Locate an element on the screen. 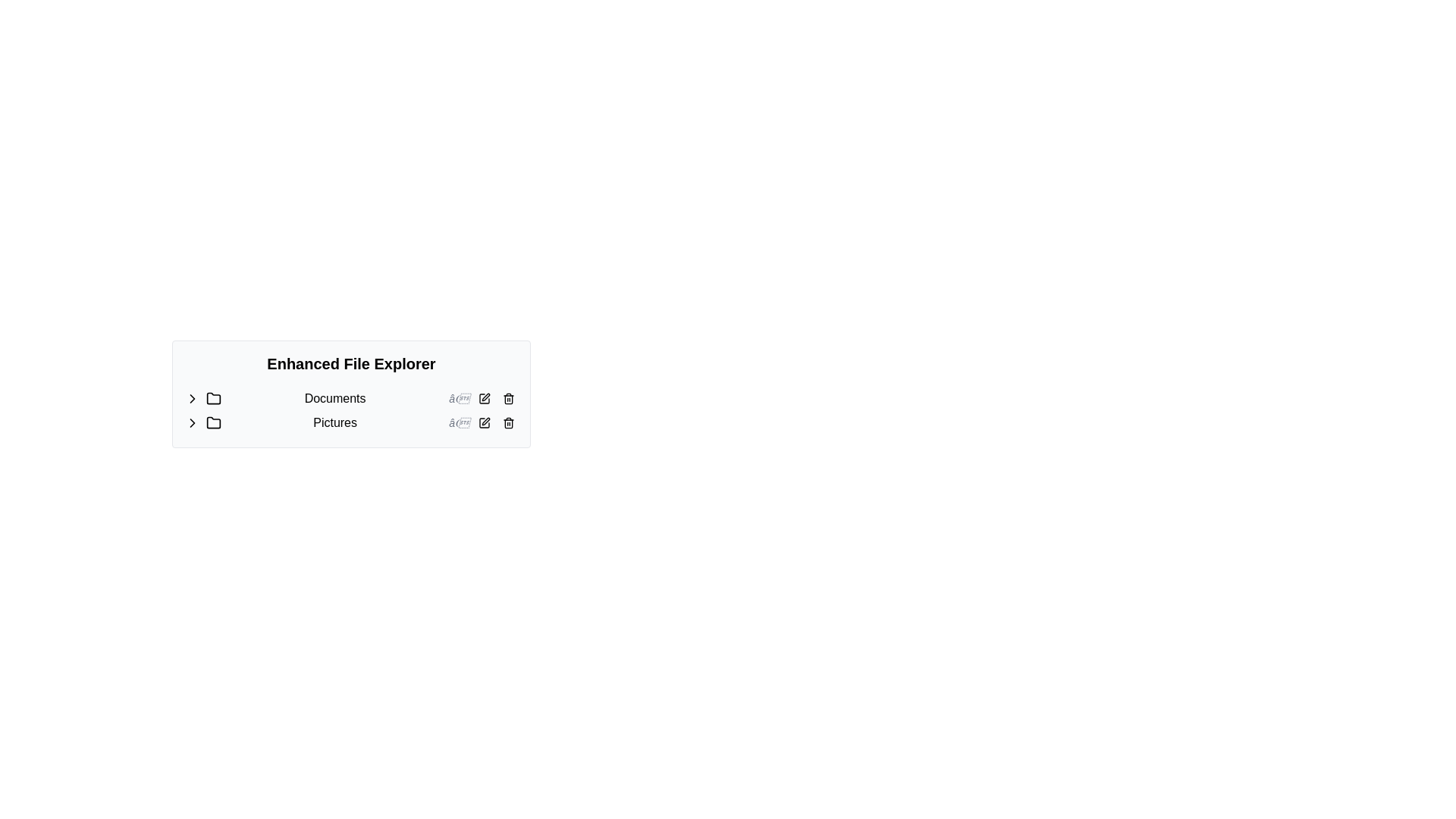 The image size is (1456, 819). the folder icon located to the left of the 'Pictures' text is located at coordinates (213, 423).